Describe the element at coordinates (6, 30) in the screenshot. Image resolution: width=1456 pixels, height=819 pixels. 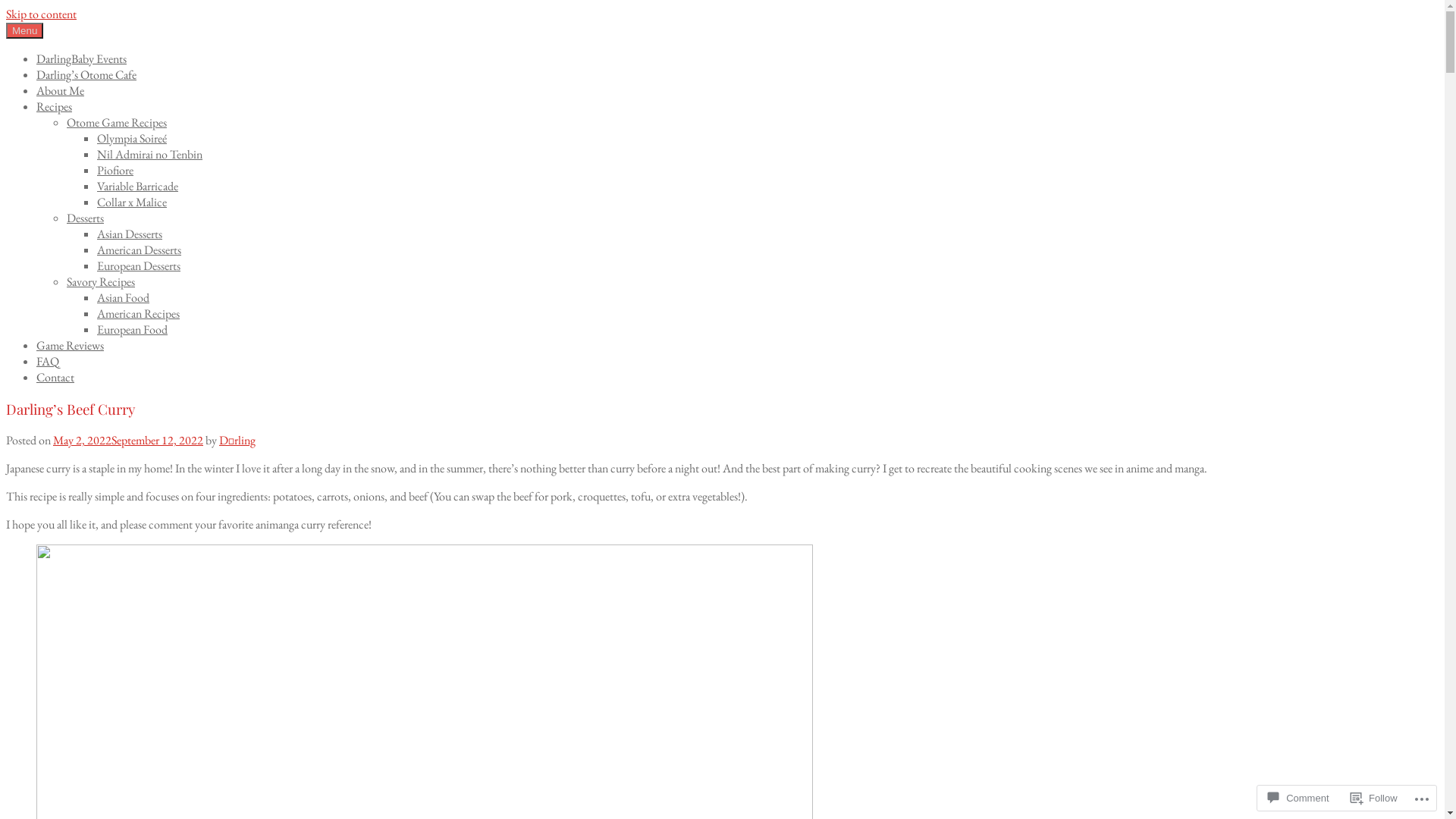
I see `'Menu'` at that location.